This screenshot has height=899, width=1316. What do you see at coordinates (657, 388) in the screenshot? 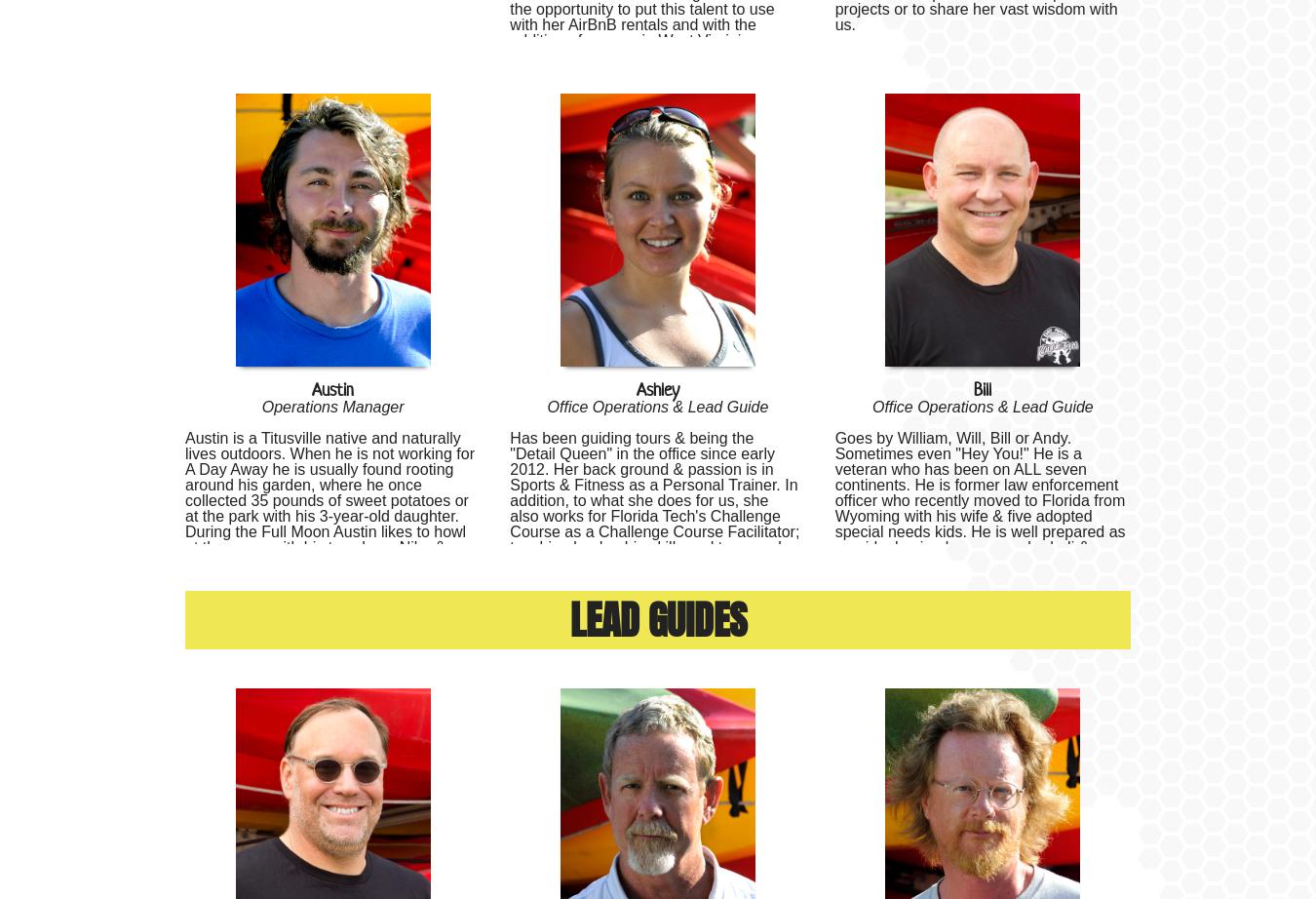
I see `'Ashley'` at bounding box center [657, 388].